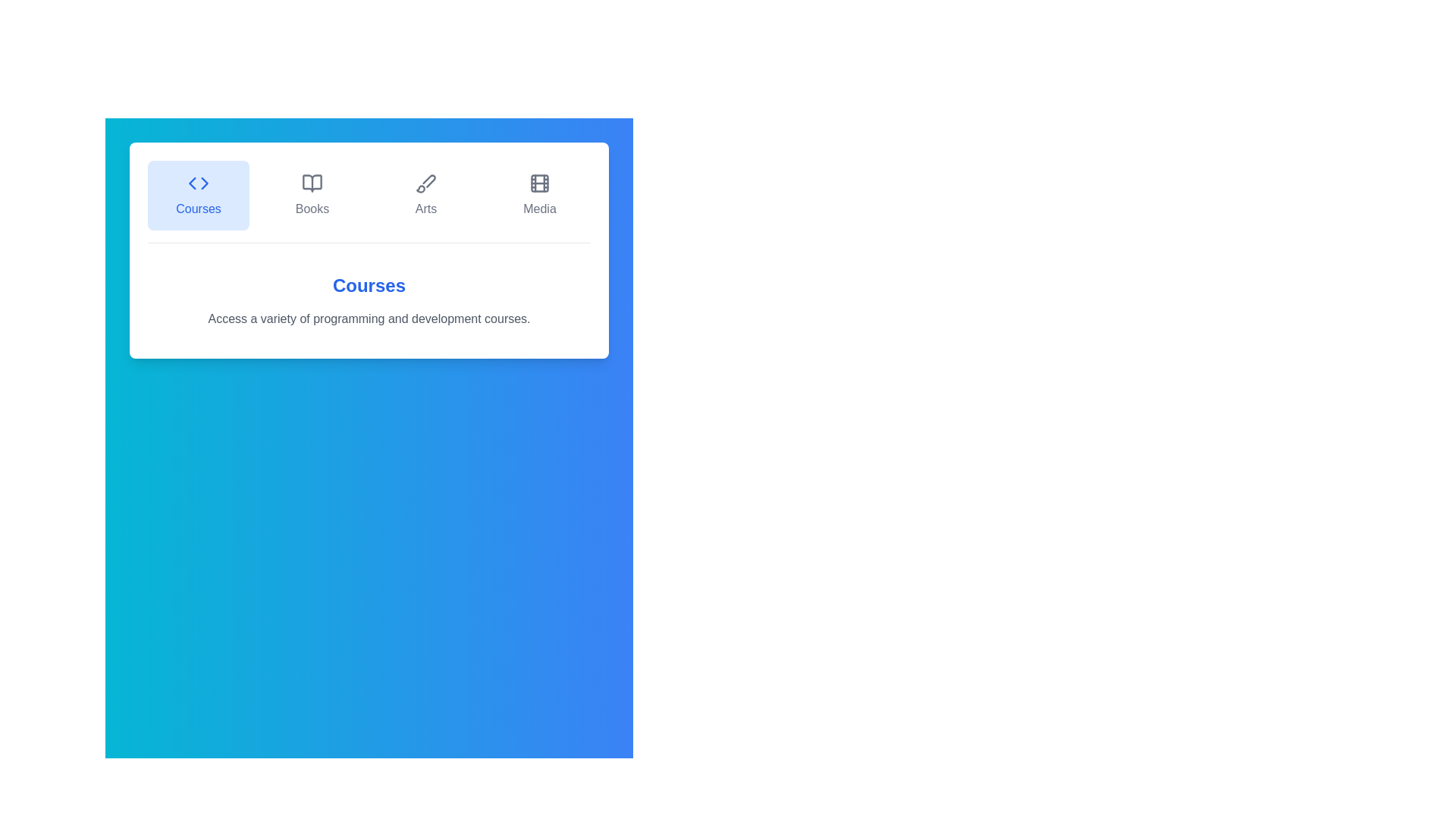 This screenshot has height=819, width=1456. I want to click on the Arts tab by clicking on its button, so click(425, 195).